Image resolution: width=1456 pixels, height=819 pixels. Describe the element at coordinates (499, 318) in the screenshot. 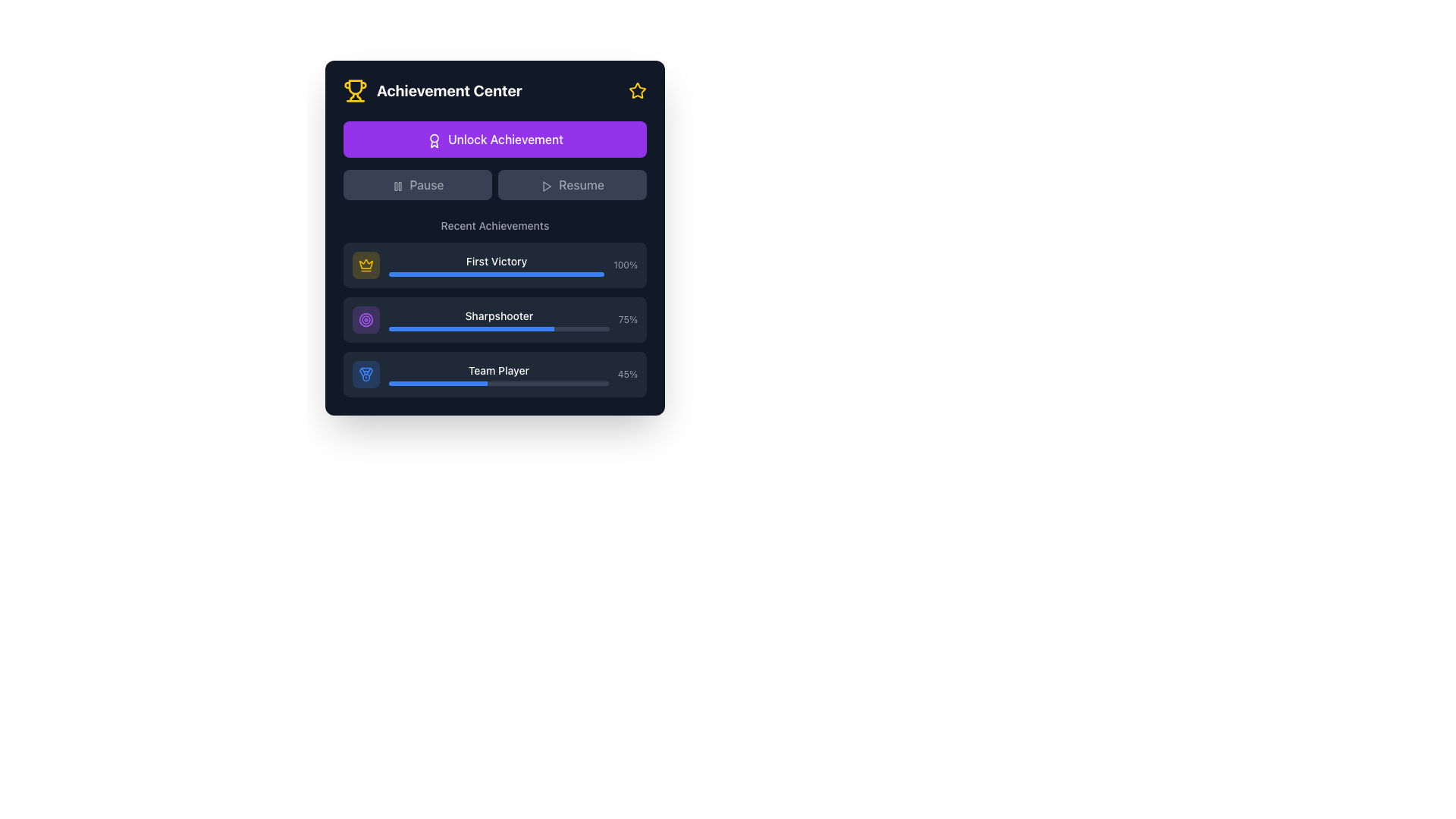

I see `the static text label displaying 'Sharpshooter', which is centered within the dark background box in the Achievement Center interface` at that location.